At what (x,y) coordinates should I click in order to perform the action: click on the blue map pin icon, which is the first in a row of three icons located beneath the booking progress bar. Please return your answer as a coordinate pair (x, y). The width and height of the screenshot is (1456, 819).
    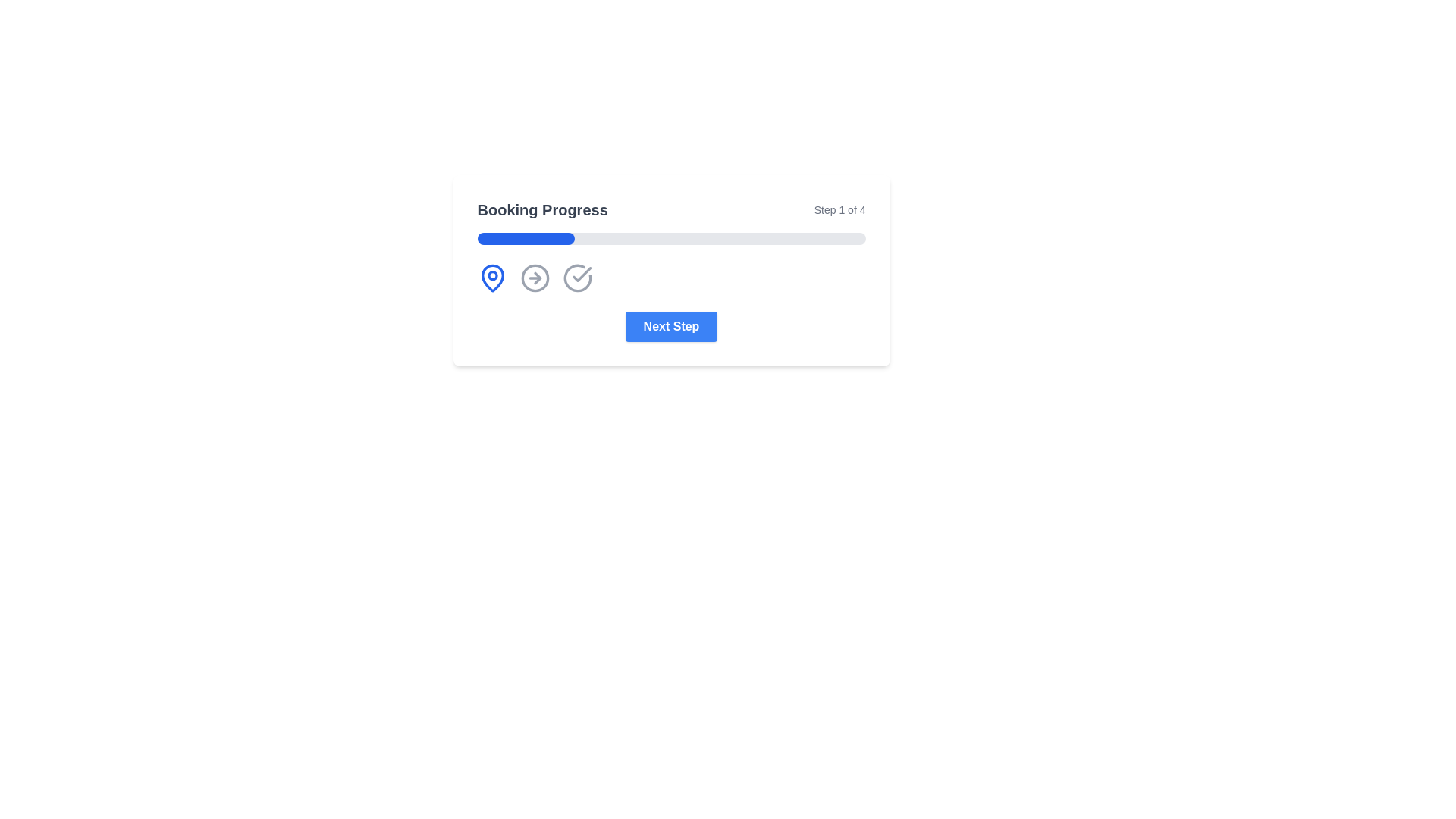
    Looking at the image, I should click on (492, 278).